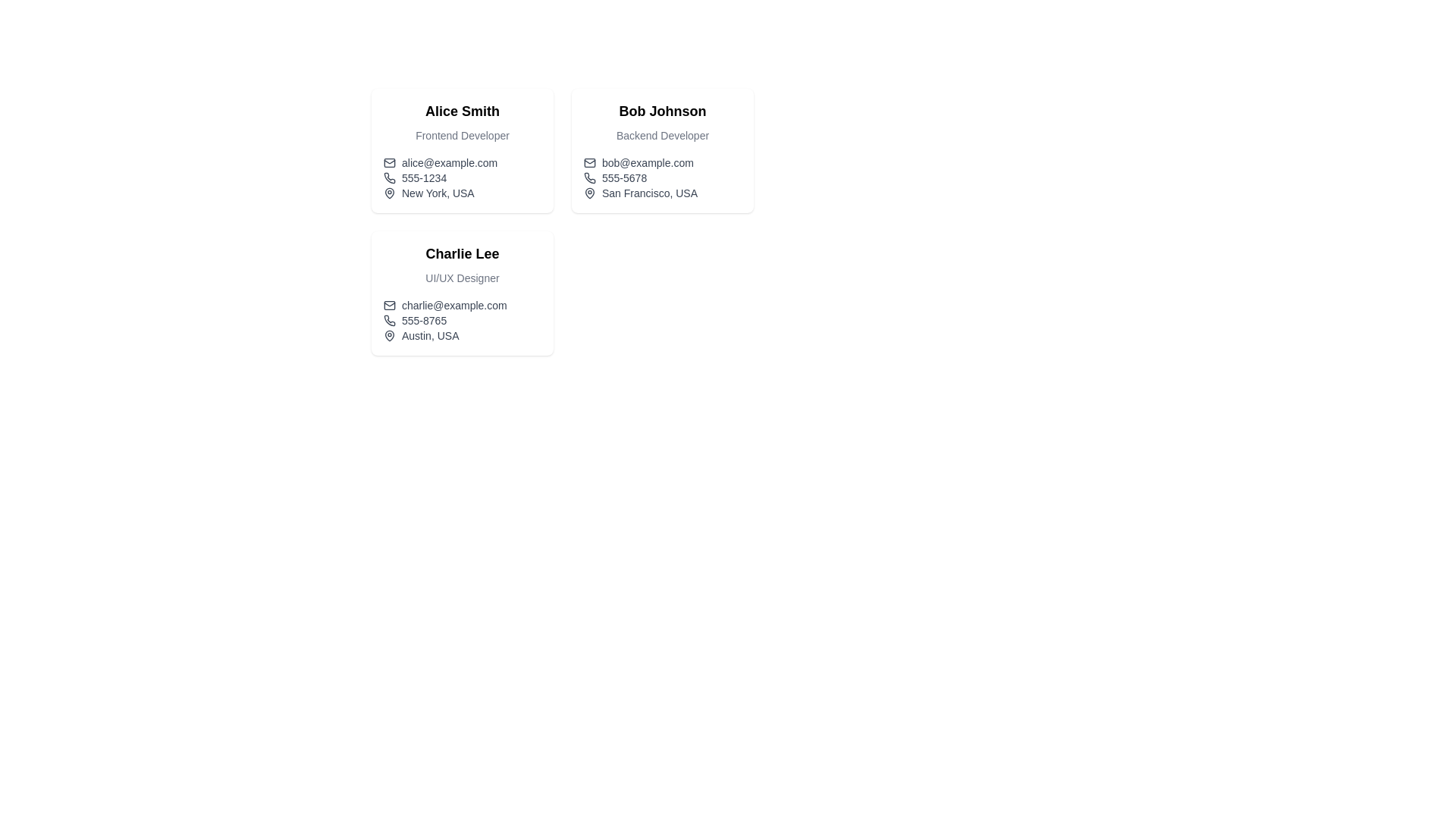 This screenshot has height=819, width=1456. I want to click on the text displaying the email address 'charlie@example.com', so click(453, 305).